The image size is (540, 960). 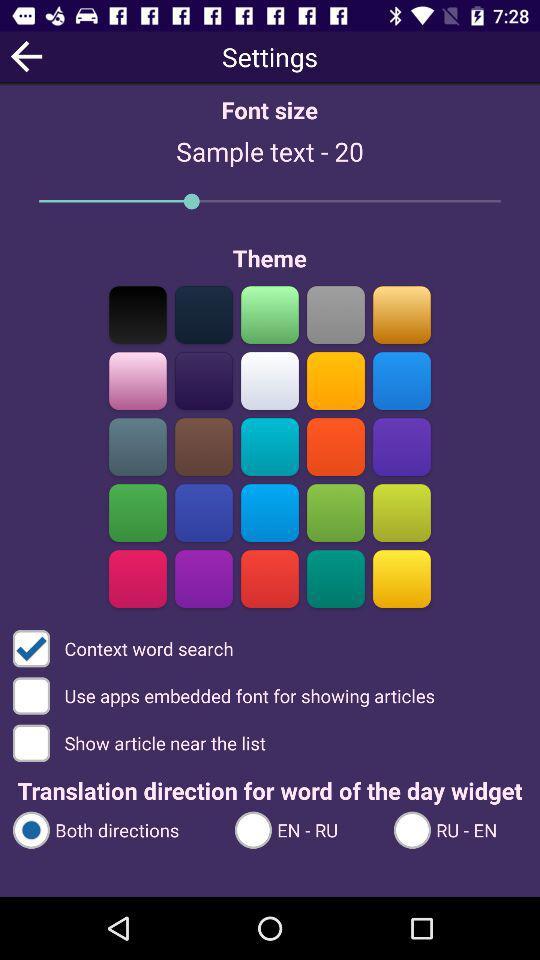 What do you see at coordinates (203, 314) in the screenshot?
I see `the color bar` at bounding box center [203, 314].